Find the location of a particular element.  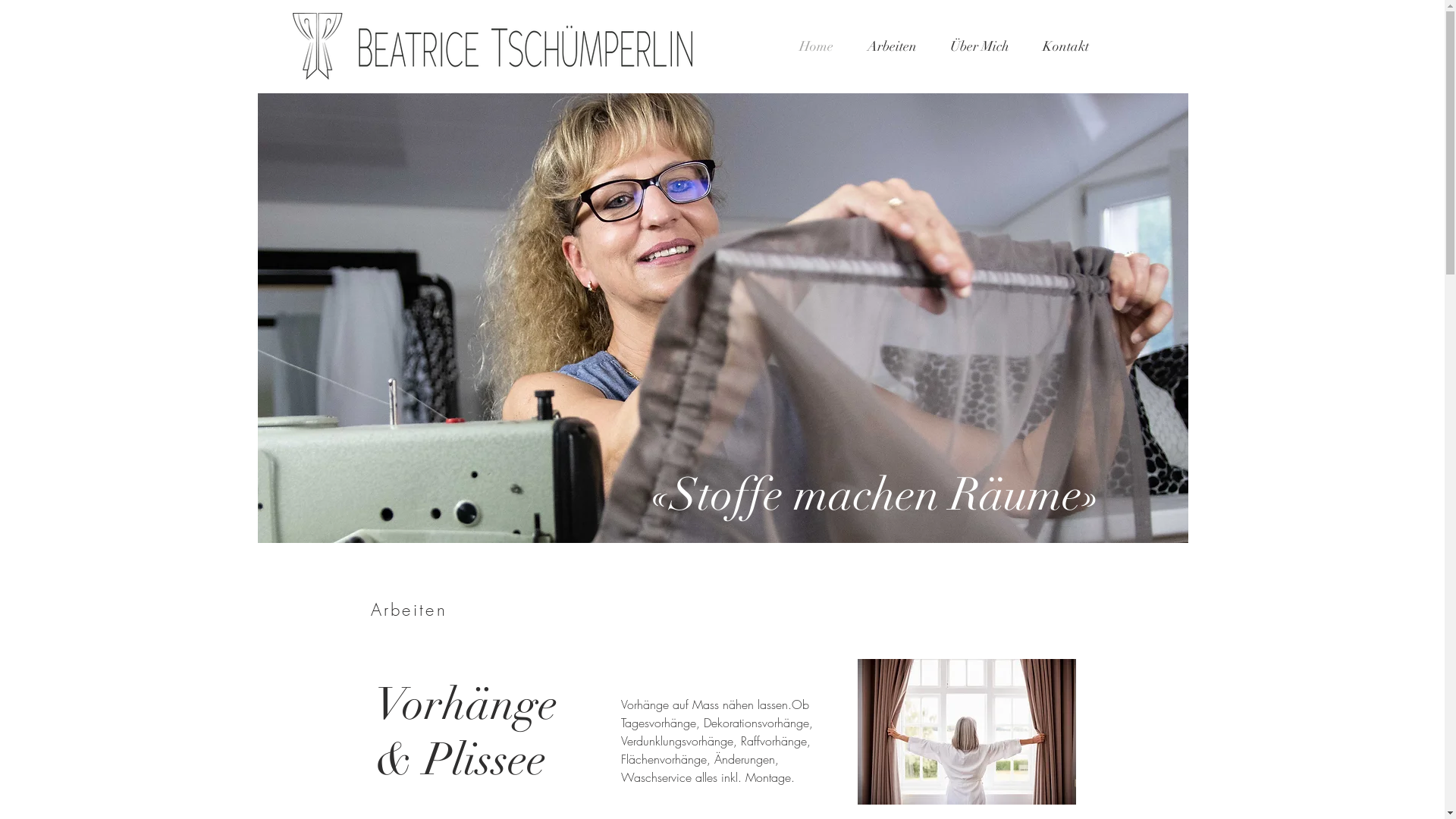

'Kontakt' is located at coordinates (1064, 45).